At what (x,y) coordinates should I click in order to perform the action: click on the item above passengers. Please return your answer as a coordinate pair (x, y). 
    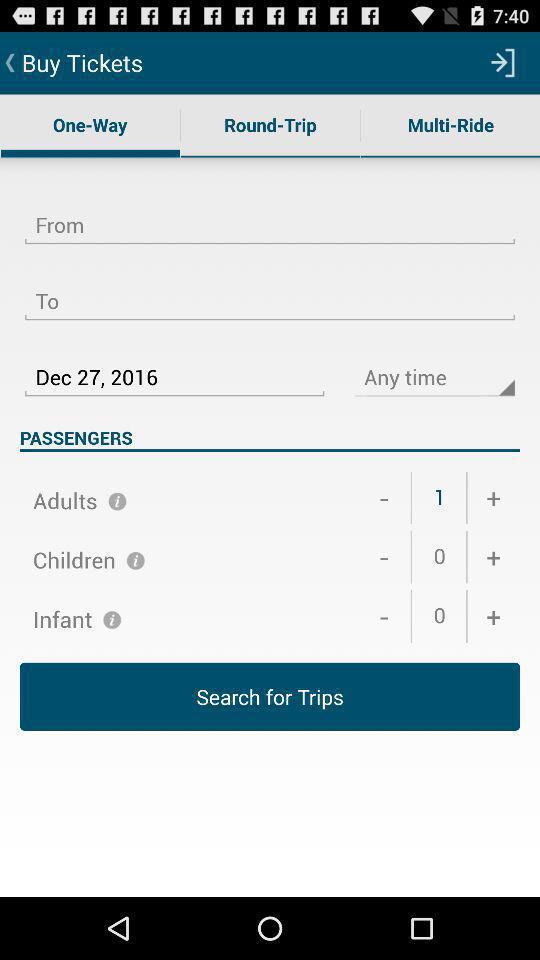
    Looking at the image, I should click on (174, 364).